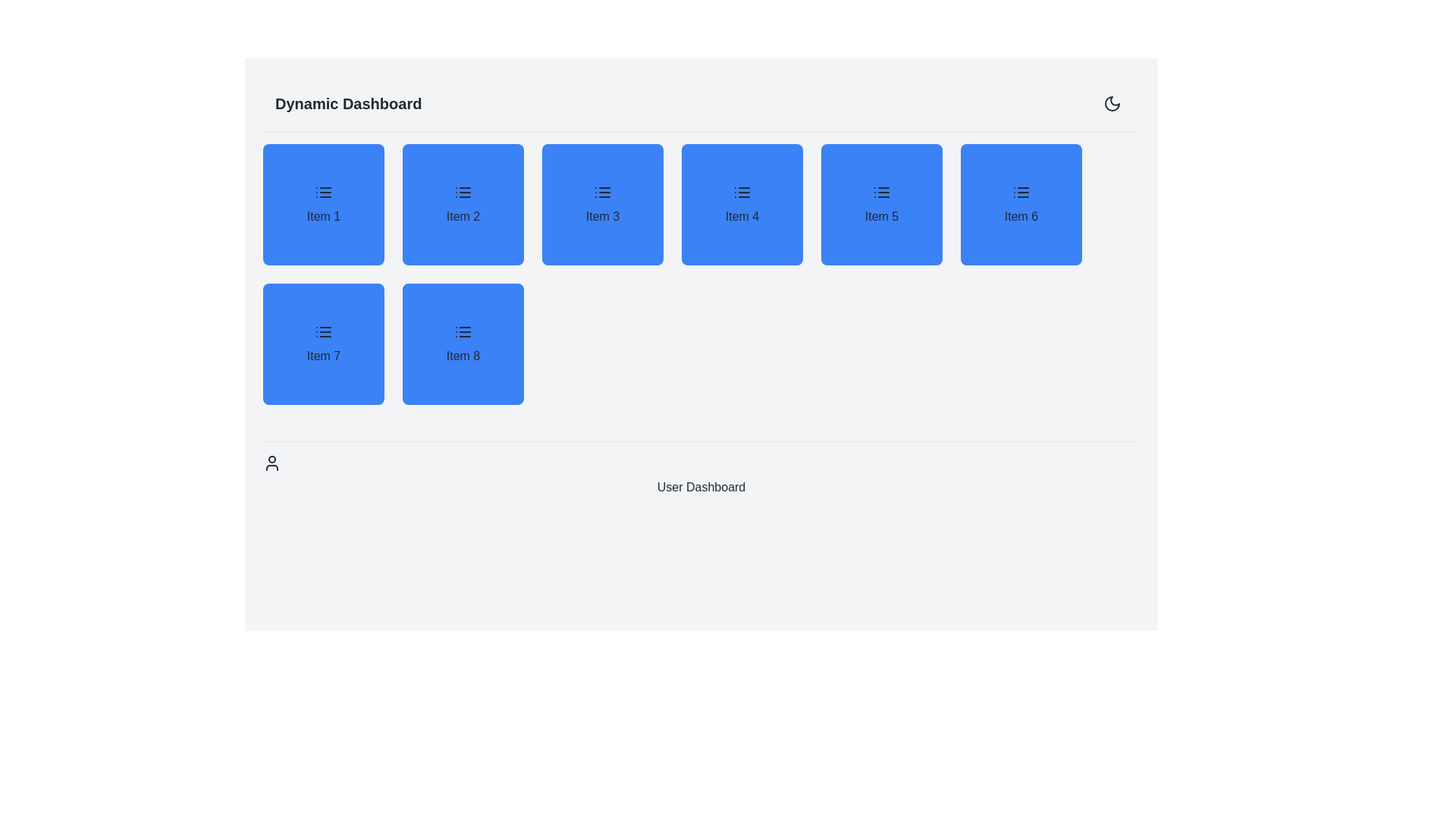 This screenshot has width=1456, height=819. What do you see at coordinates (1021, 216) in the screenshot?
I see `text 'Item 6' from the blue rectangular button styled with a dark font, located in the top row of the grid layout as the last element` at bounding box center [1021, 216].